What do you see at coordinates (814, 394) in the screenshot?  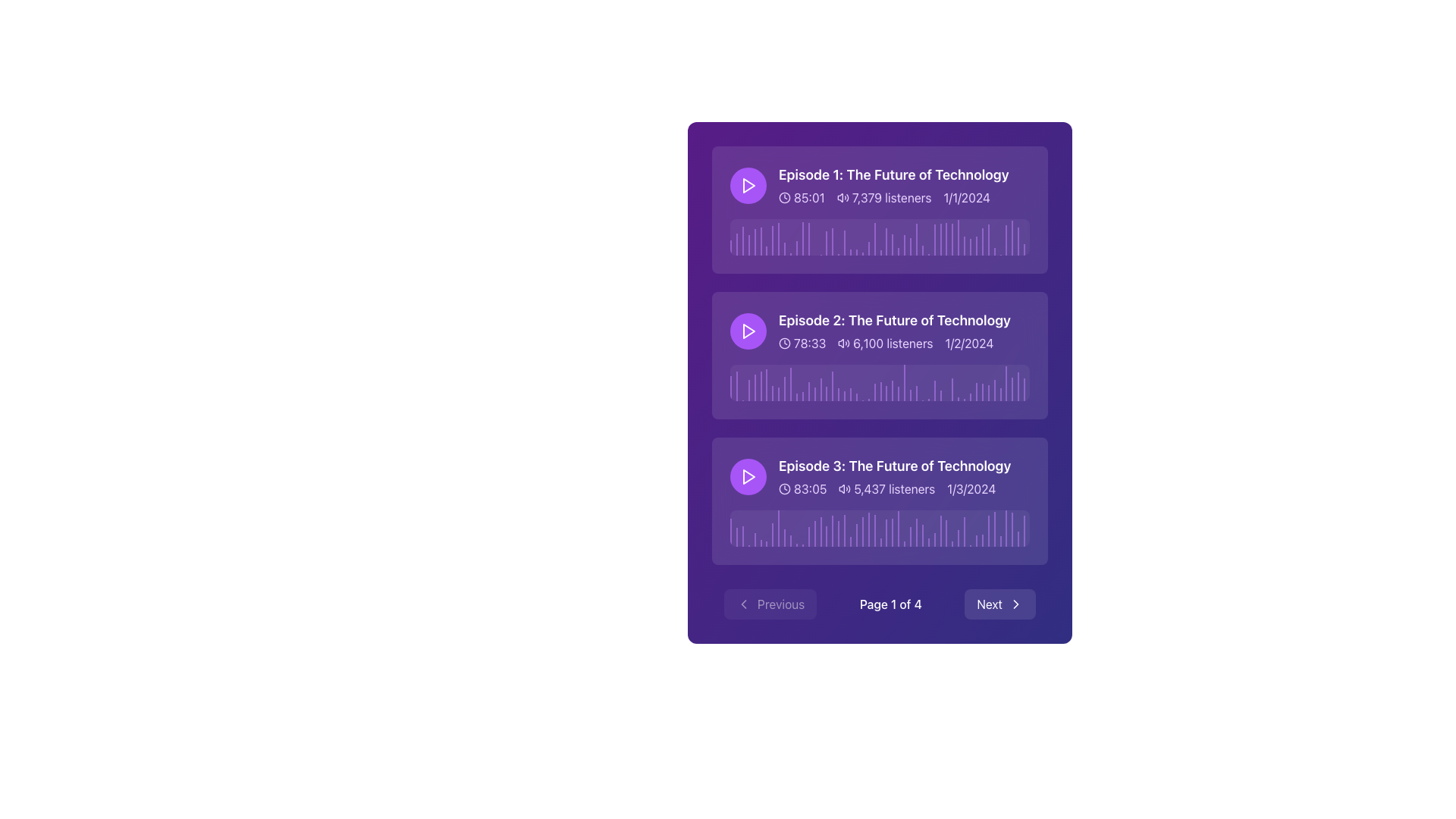 I see `details of the progress marker visual indicator located within the second waveform representation, which indicates the current playback position` at bounding box center [814, 394].